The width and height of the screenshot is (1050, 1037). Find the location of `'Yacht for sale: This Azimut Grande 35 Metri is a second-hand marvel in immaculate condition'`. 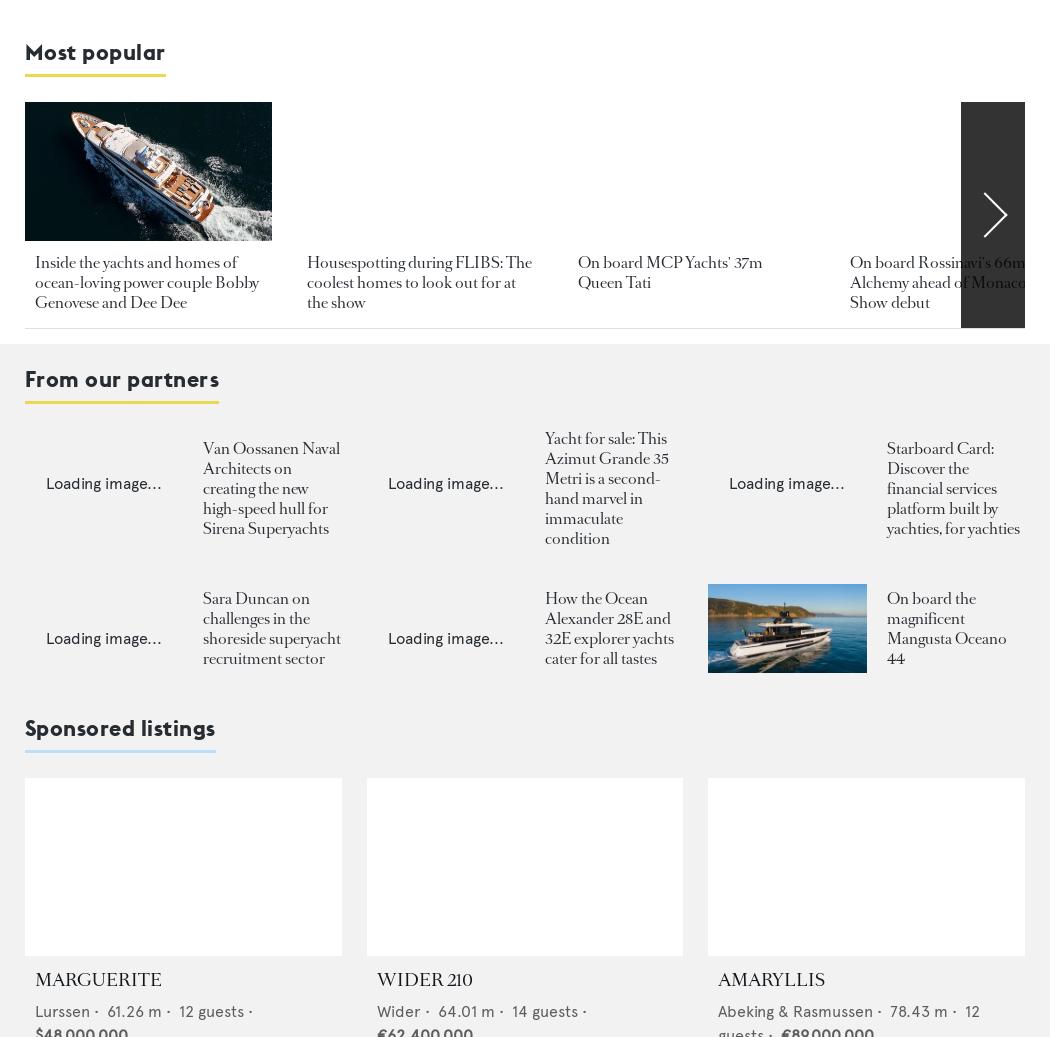

'Yacht for sale: This Azimut Grande 35 Metri is a second-hand marvel in immaculate condition' is located at coordinates (605, 486).